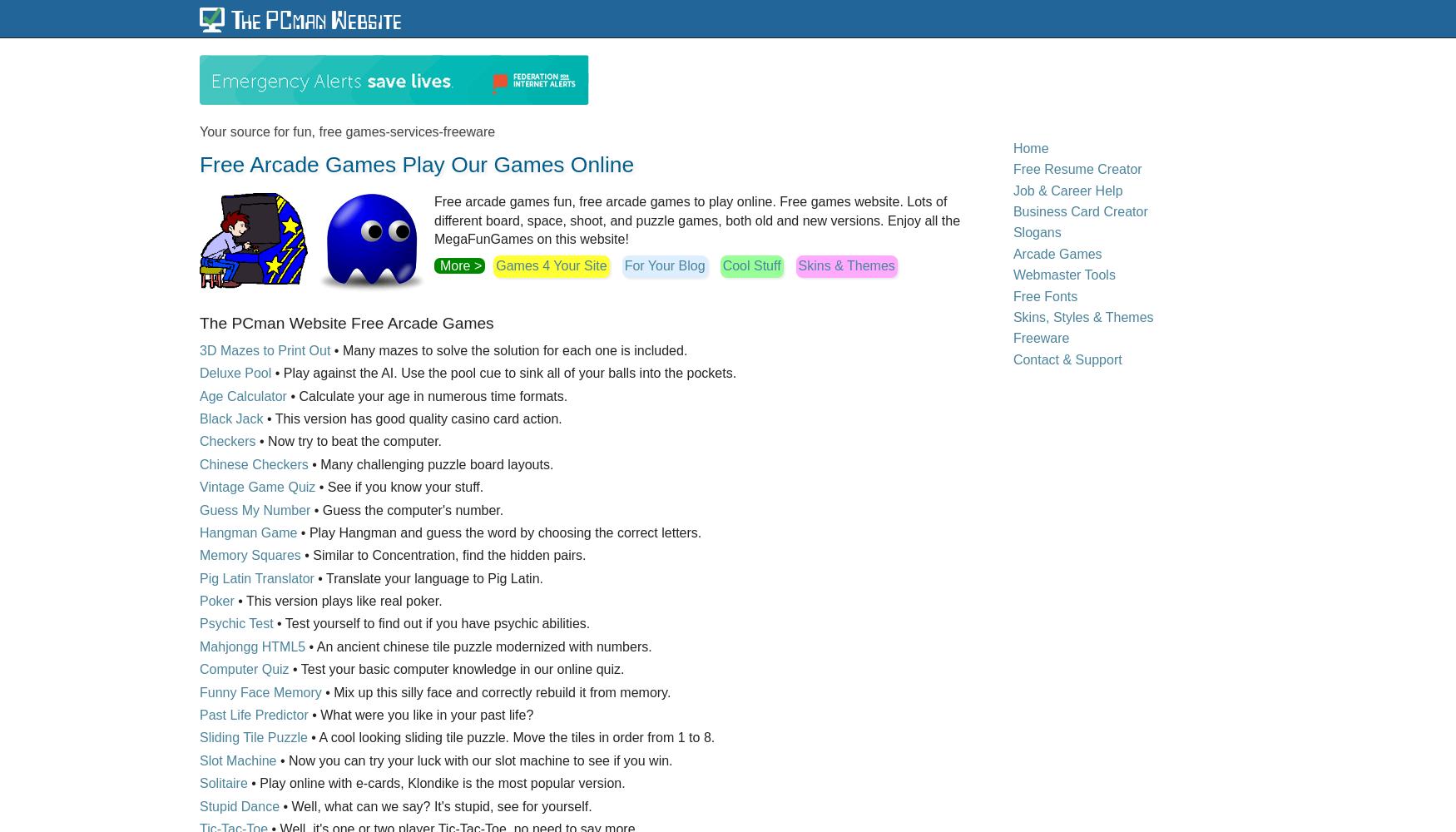 This screenshot has height=832, width=1456. Describe the element at coordinates (230, 418) in the screenshot. I see `'Black Jack'` at that location.